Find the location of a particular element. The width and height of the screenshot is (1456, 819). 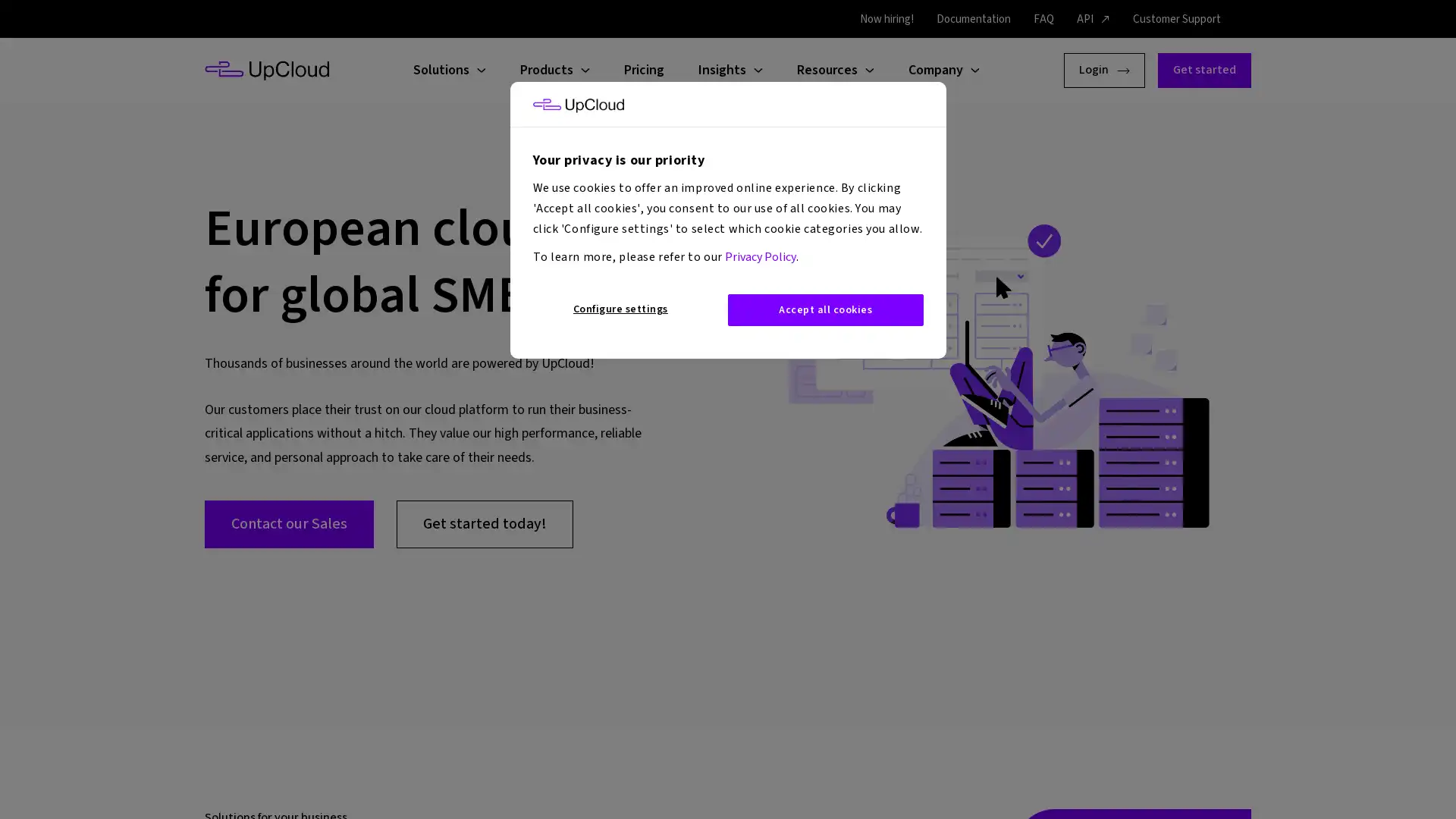

Open child menu for Company is located at coordinates (975, 70).